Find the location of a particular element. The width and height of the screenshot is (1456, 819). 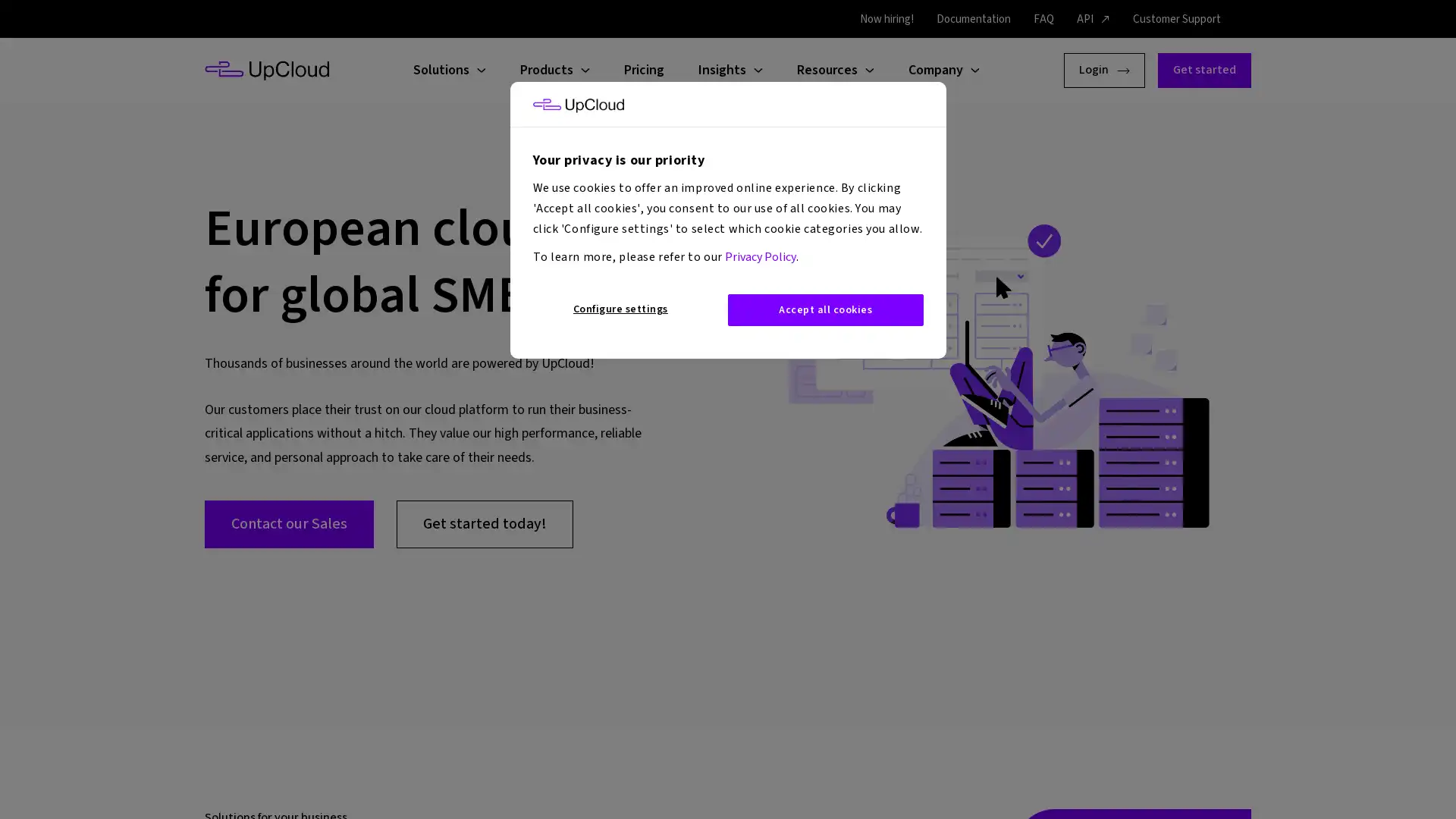

Open child menu for Company is located at coordinates (975, 70).